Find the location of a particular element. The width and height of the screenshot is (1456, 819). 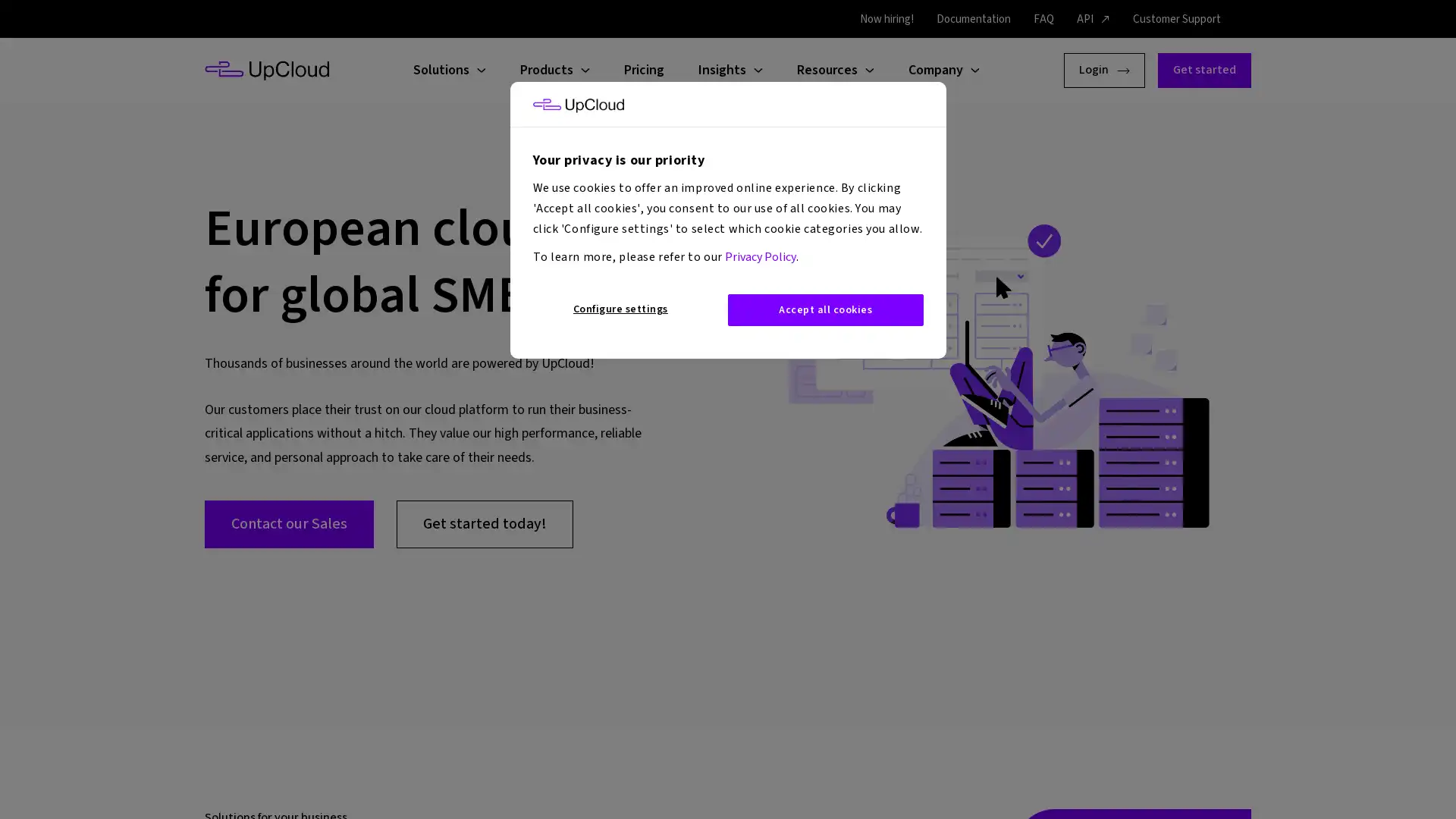

Open child menu for Company is located at coordinates (975, 70).